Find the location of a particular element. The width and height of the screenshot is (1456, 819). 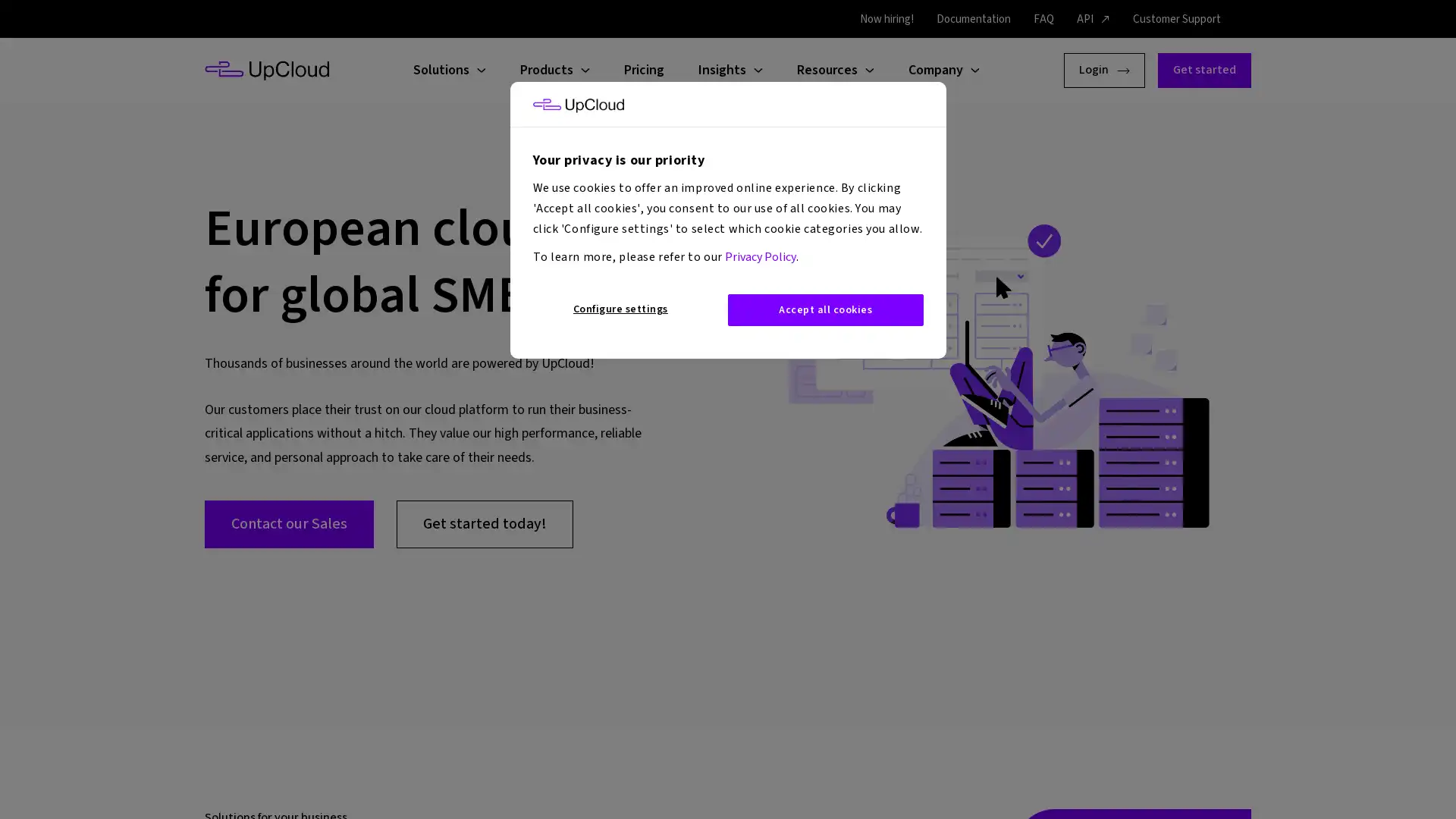

Open child menu for Company is located at coordinates (975, 70).